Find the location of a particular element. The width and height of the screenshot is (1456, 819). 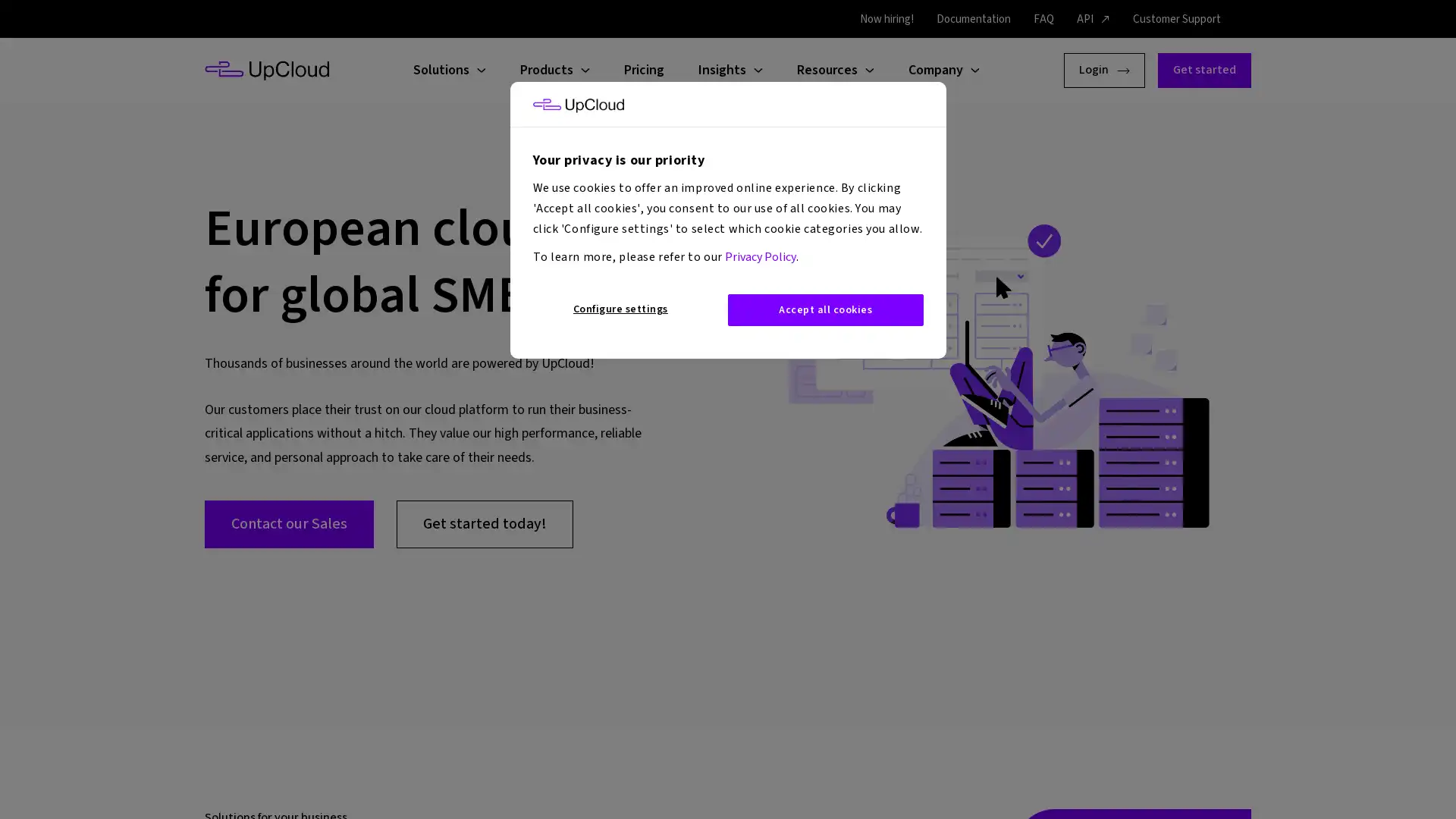

Open child menu for Company is located at coordinates (975, 70).